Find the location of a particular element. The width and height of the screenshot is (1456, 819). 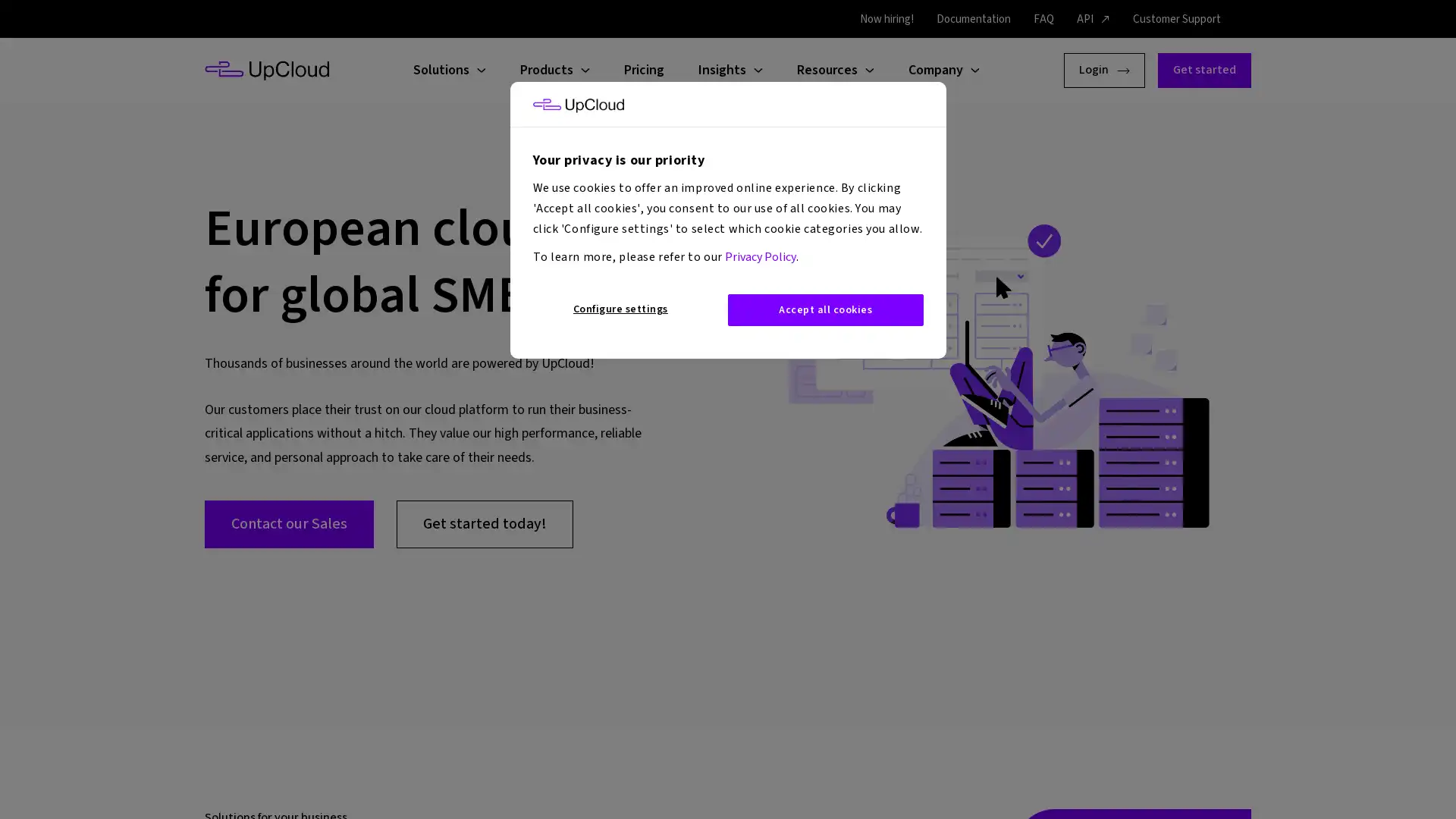

Open child menu for Company is located at coordinates (975, 70).